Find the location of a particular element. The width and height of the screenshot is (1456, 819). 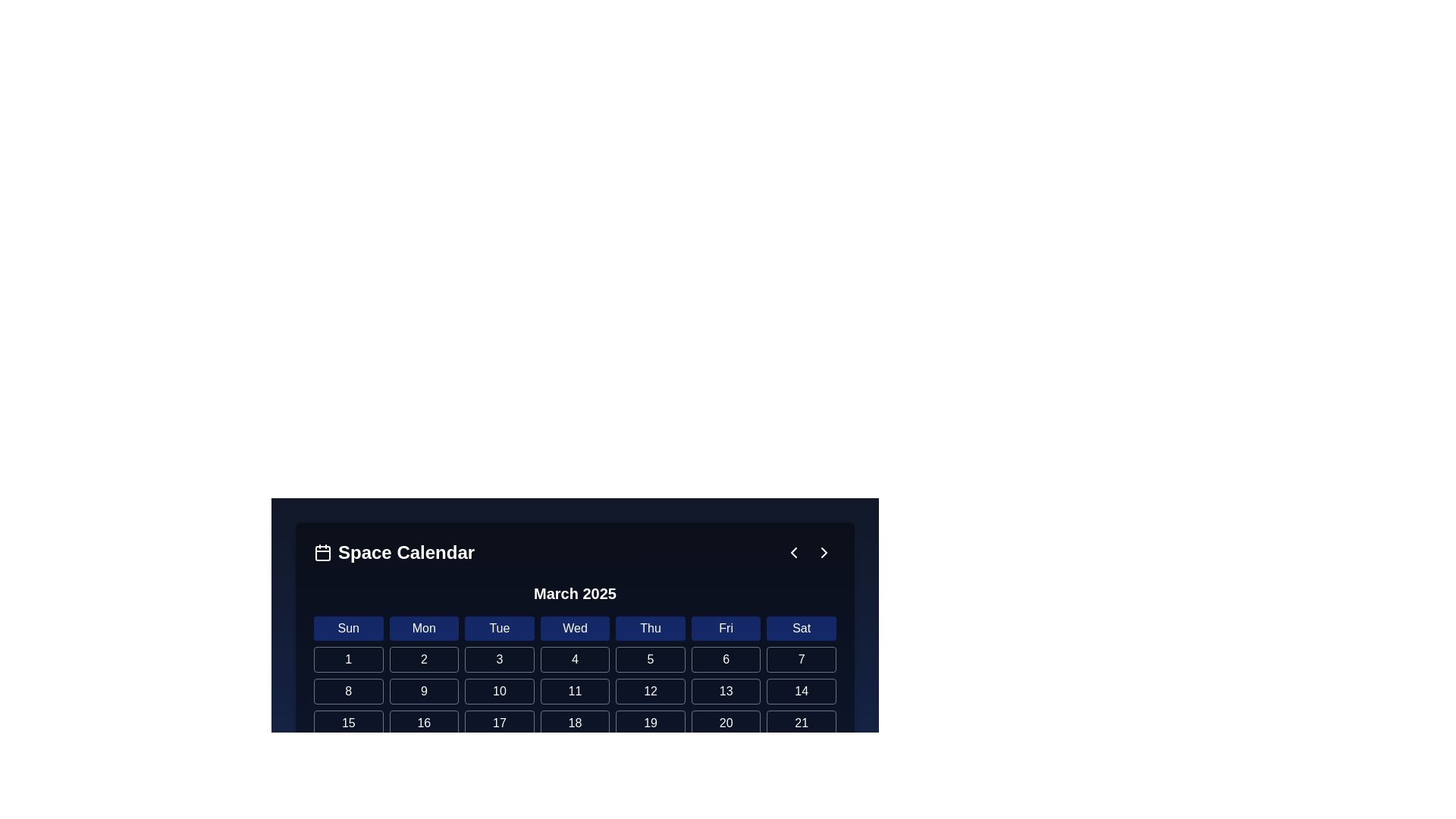

the transparent square button with a chevron-right icon located in the upper right section of the calendar interface is located at coordinates (823, 553).